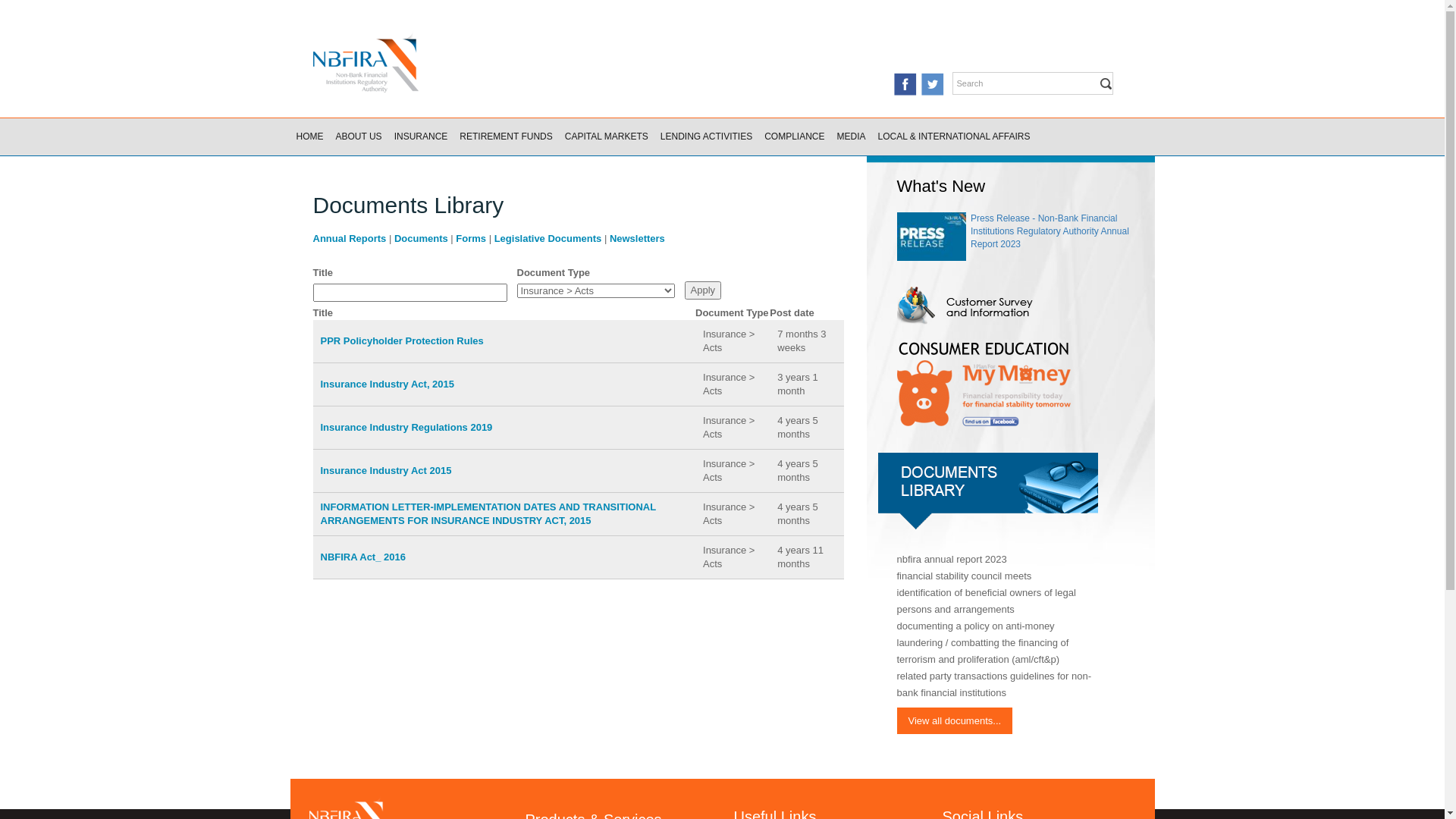 The height and width of the screenshot is (819, 1456). Describe the element at coordinates (896, 559) in the screenshot. I see `'nbfira annual report 2023'` at that location.